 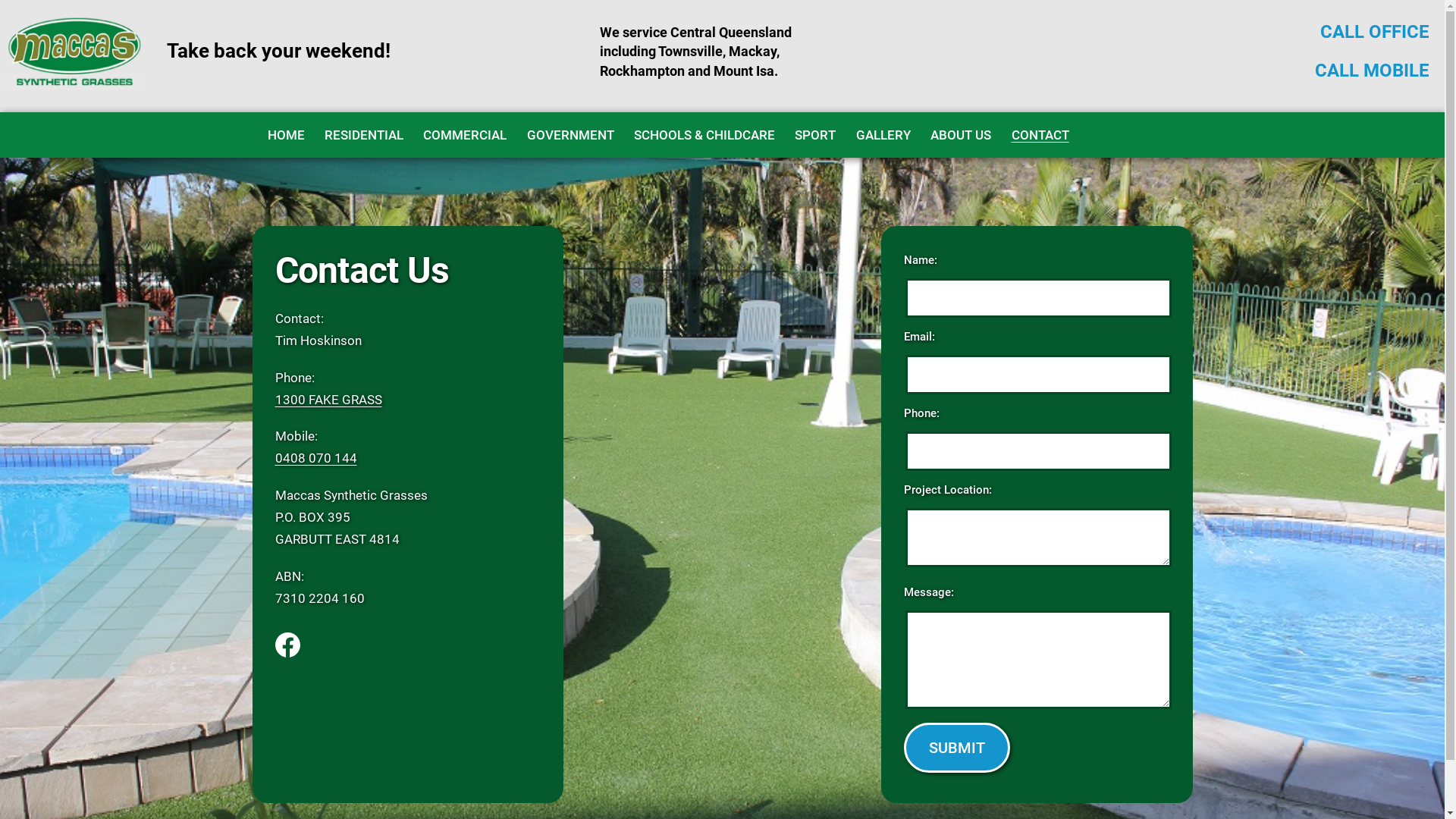 I want to click on 'RESIDENTIAL', so click(x=364, y=133).